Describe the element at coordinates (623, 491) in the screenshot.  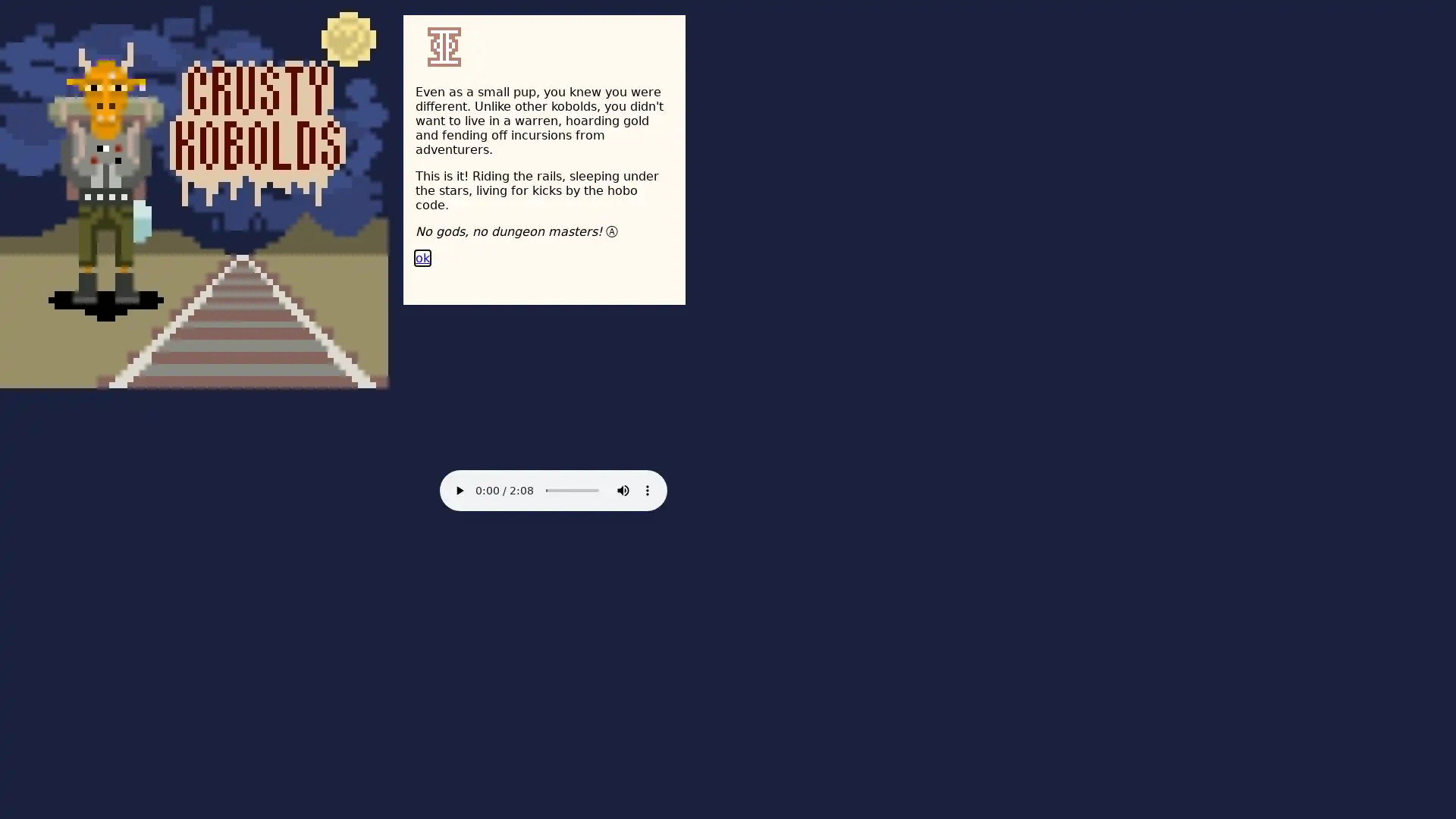
I see `mute` at that location.